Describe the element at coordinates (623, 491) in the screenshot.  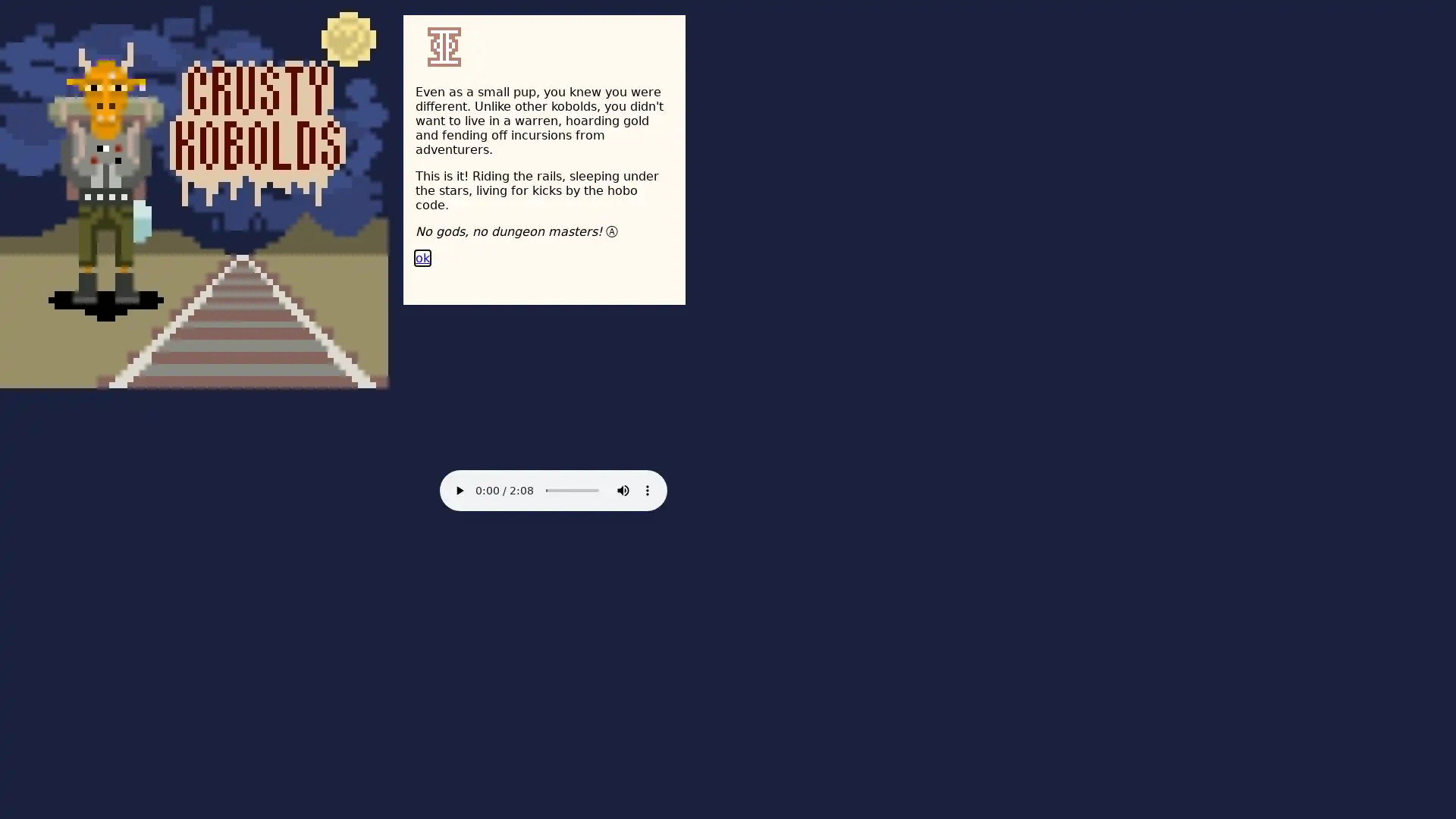
I see `mute` at that location.